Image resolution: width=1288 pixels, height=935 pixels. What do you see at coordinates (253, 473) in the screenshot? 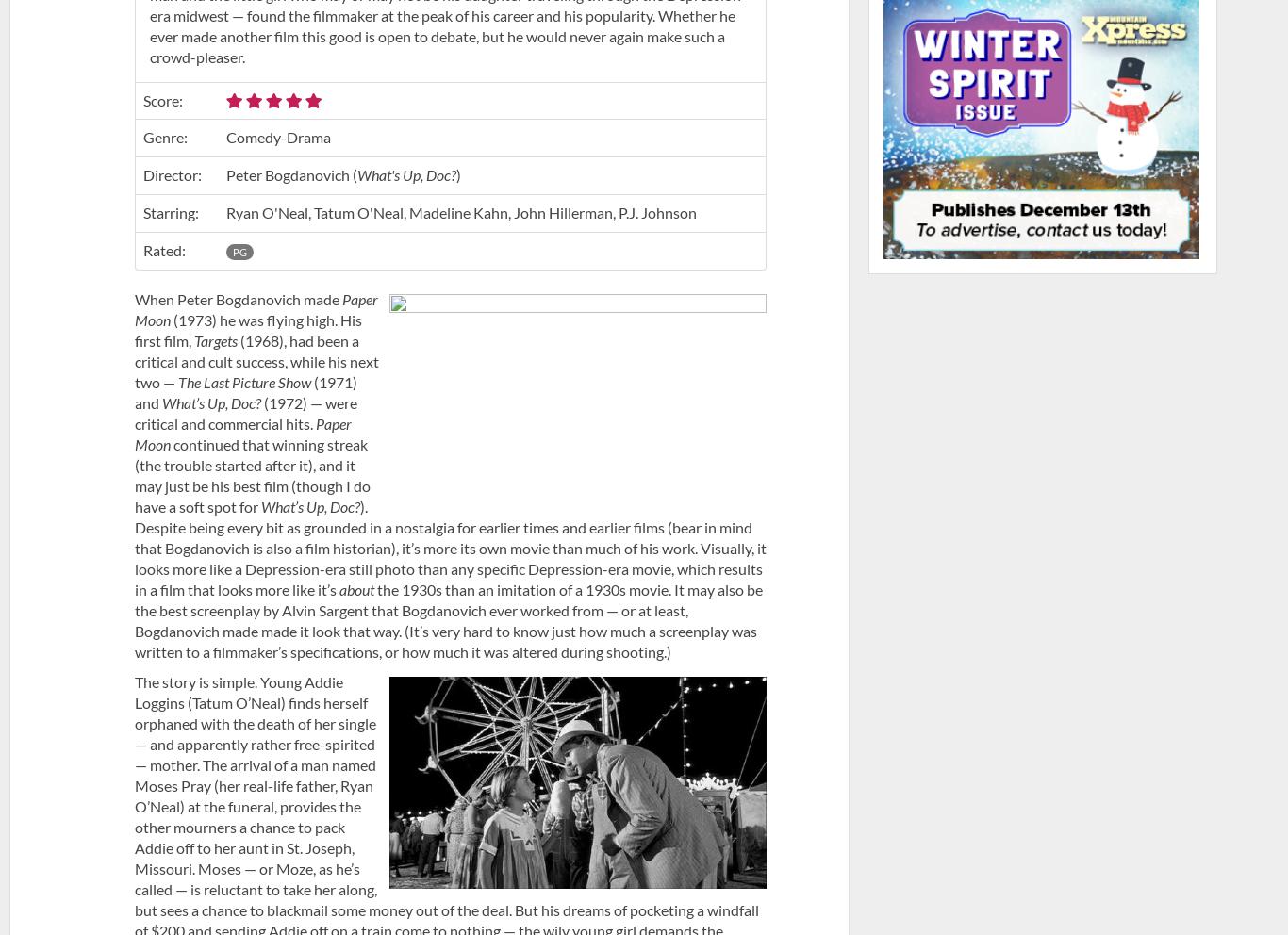
I see `'continued that winning streak (the trouble started after it), and it may just be his best film (though I do have a soft spot for'` at bounding box center [253, 473].